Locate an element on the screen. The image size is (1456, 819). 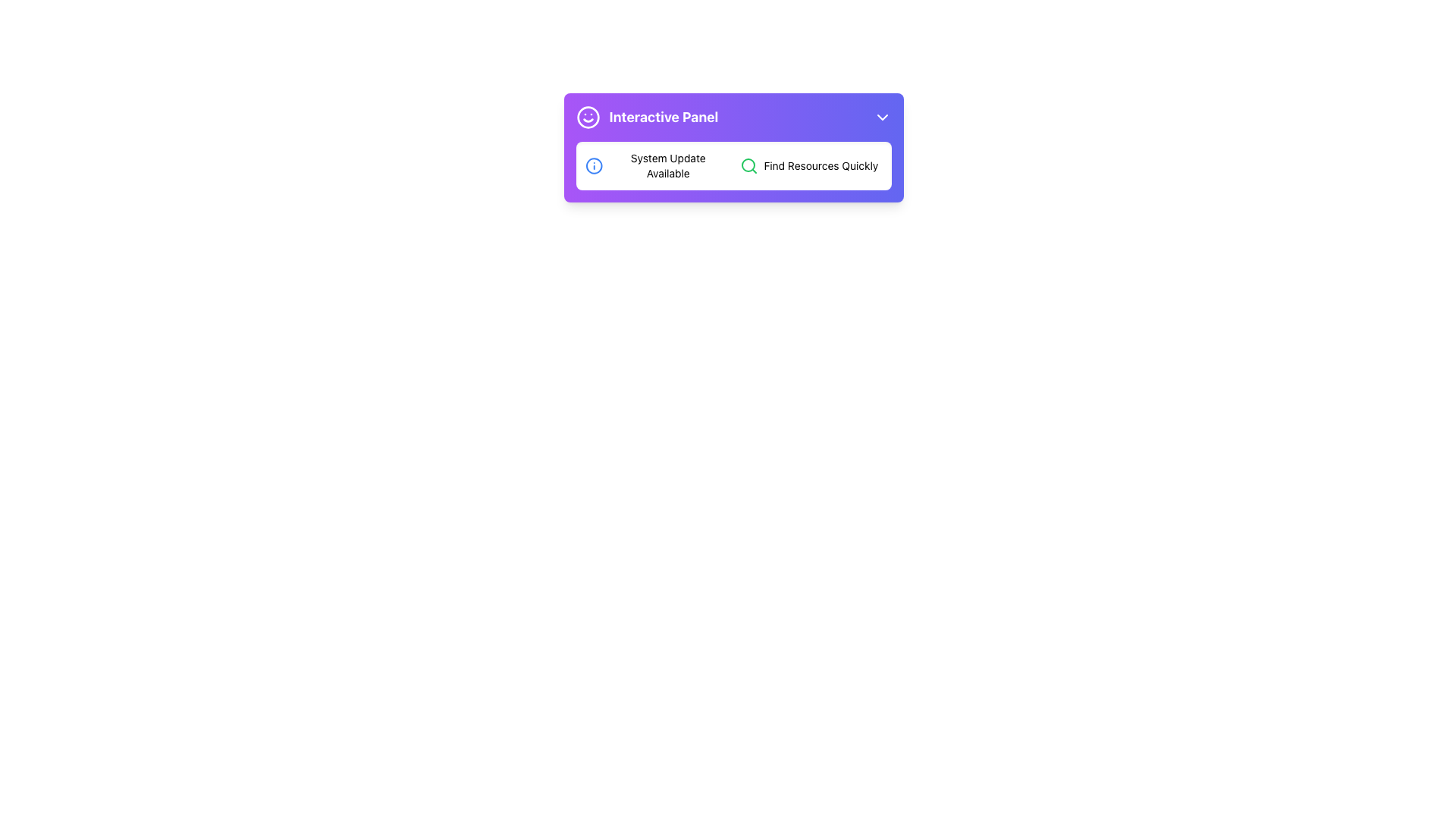
the bold text label displaying the title 'Interactive Panel' which is located in the center of a purple header bar, adjacent to a smiley face icon on the left and a downward chevron icon on the right is located at coordinates (664, 116).